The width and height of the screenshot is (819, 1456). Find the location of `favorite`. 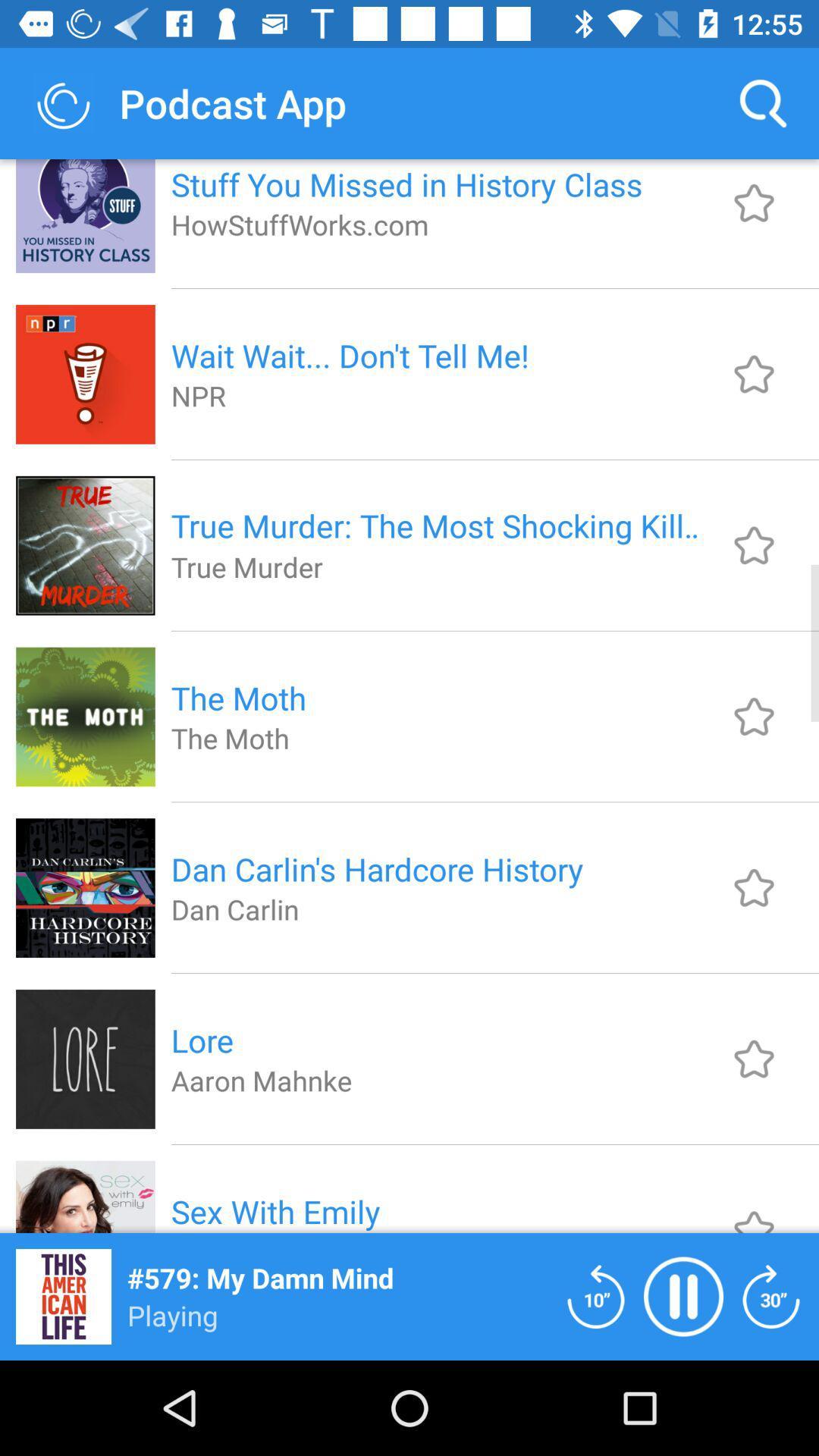

favorite is located at coordinates (754, 545).